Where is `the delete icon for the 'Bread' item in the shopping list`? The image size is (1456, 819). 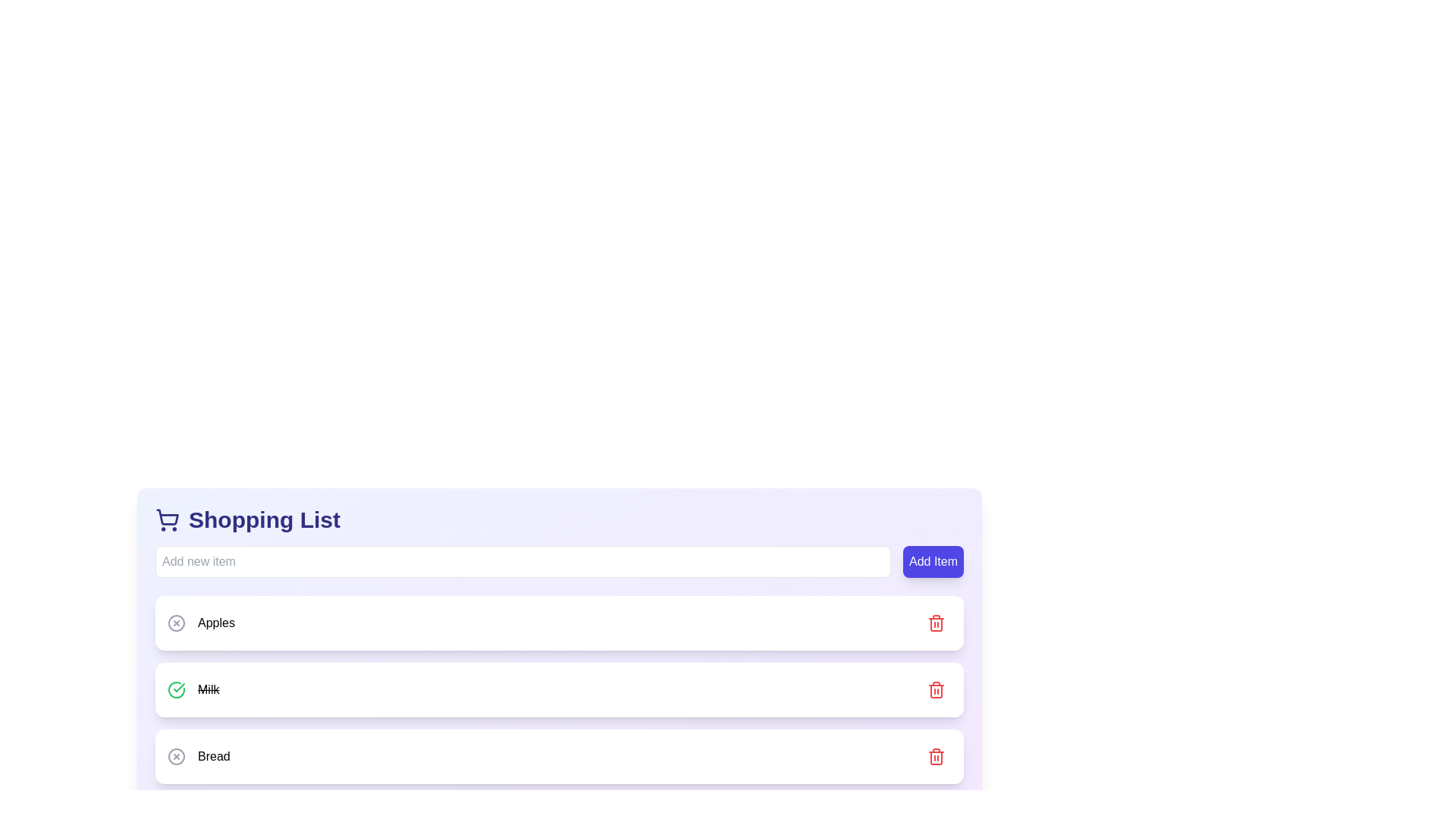
the delete icon for the 'Bread' item in the shopping list is located at coordinates (935, 757).